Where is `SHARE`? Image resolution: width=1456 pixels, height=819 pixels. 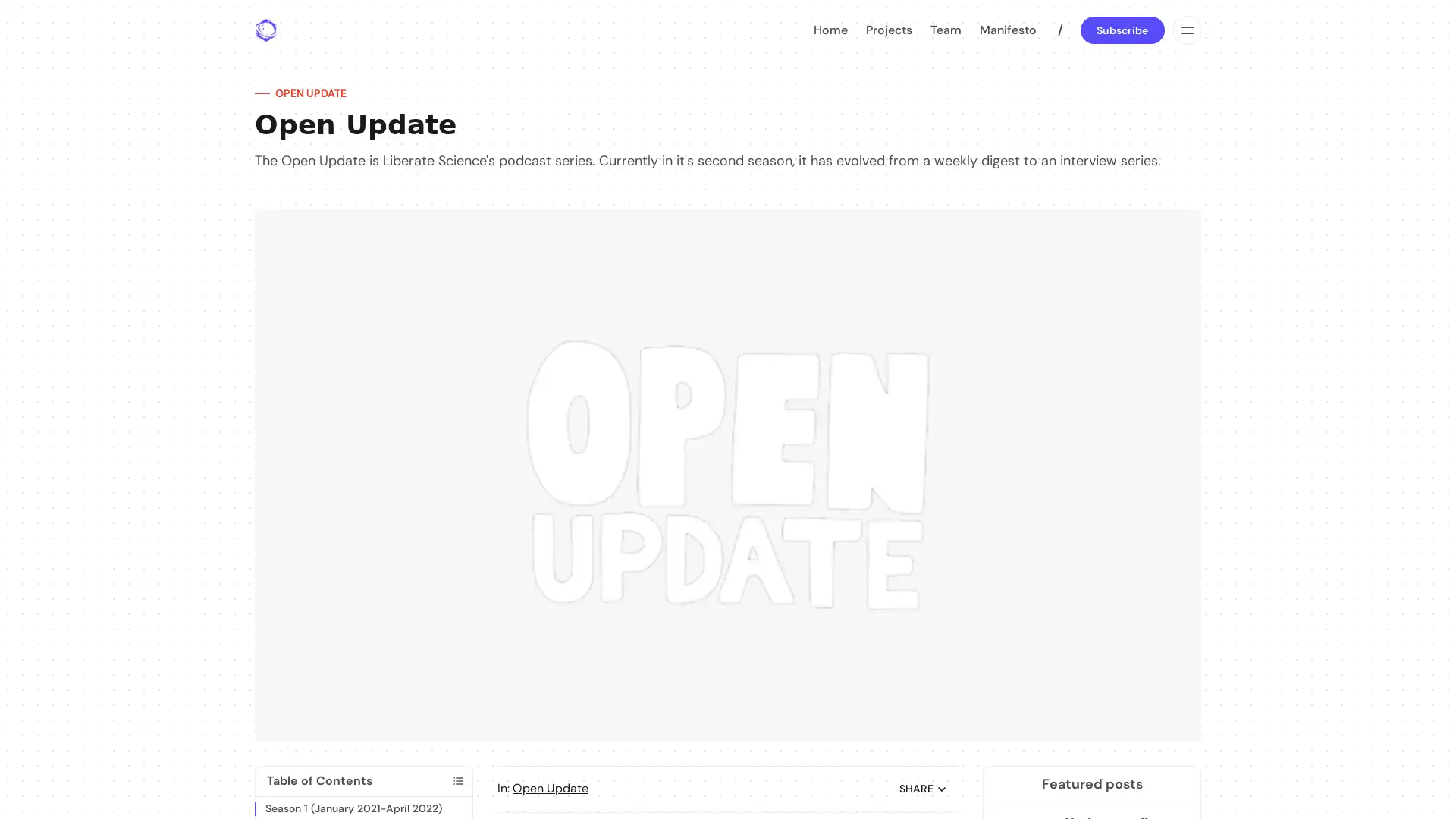 SHARE is located at coordinates (923, 788).